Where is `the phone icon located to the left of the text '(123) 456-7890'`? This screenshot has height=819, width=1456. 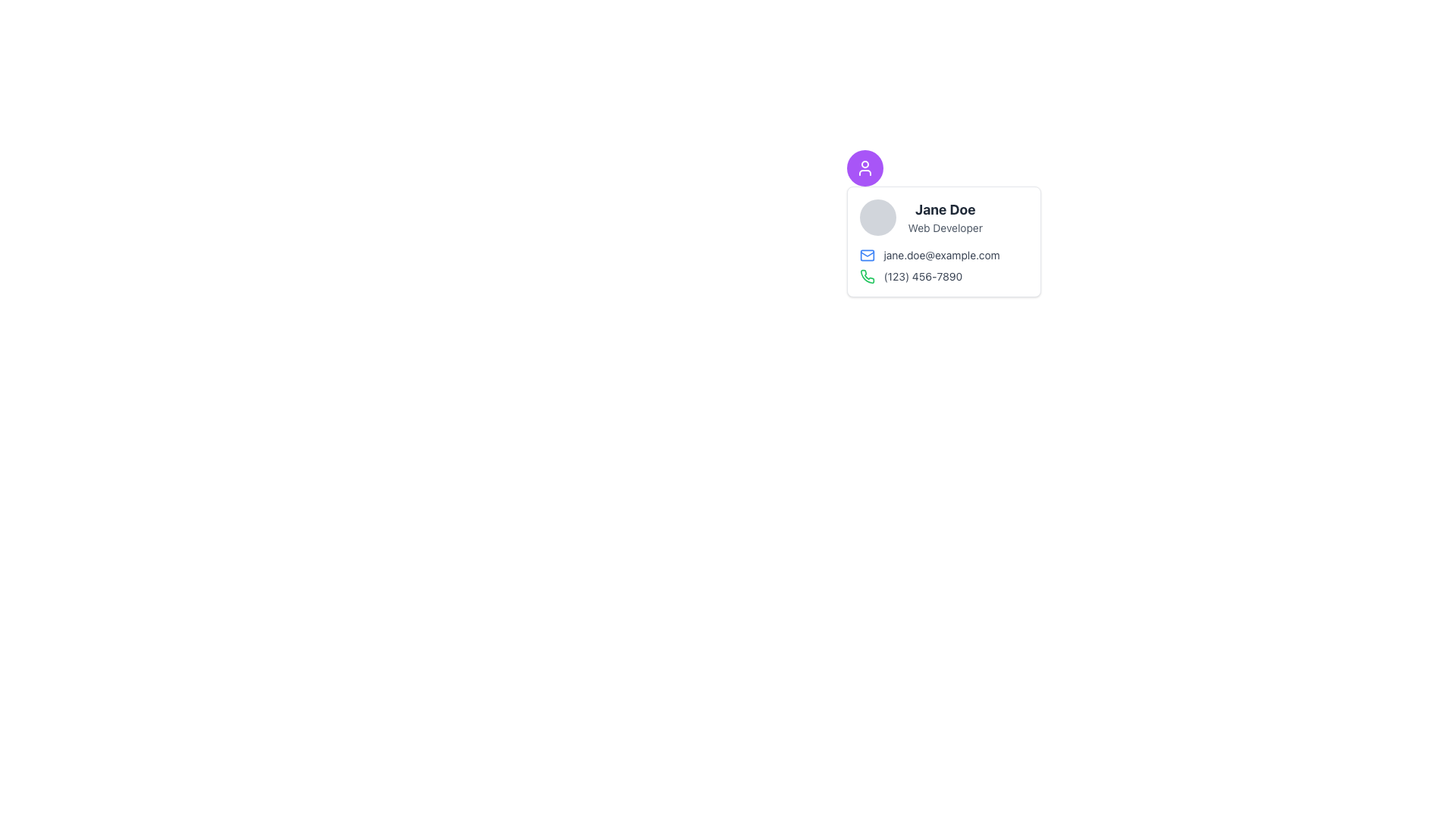
the phone icon located to the left of the text '(123) 456-7890' is located at coordinates (867, 277).